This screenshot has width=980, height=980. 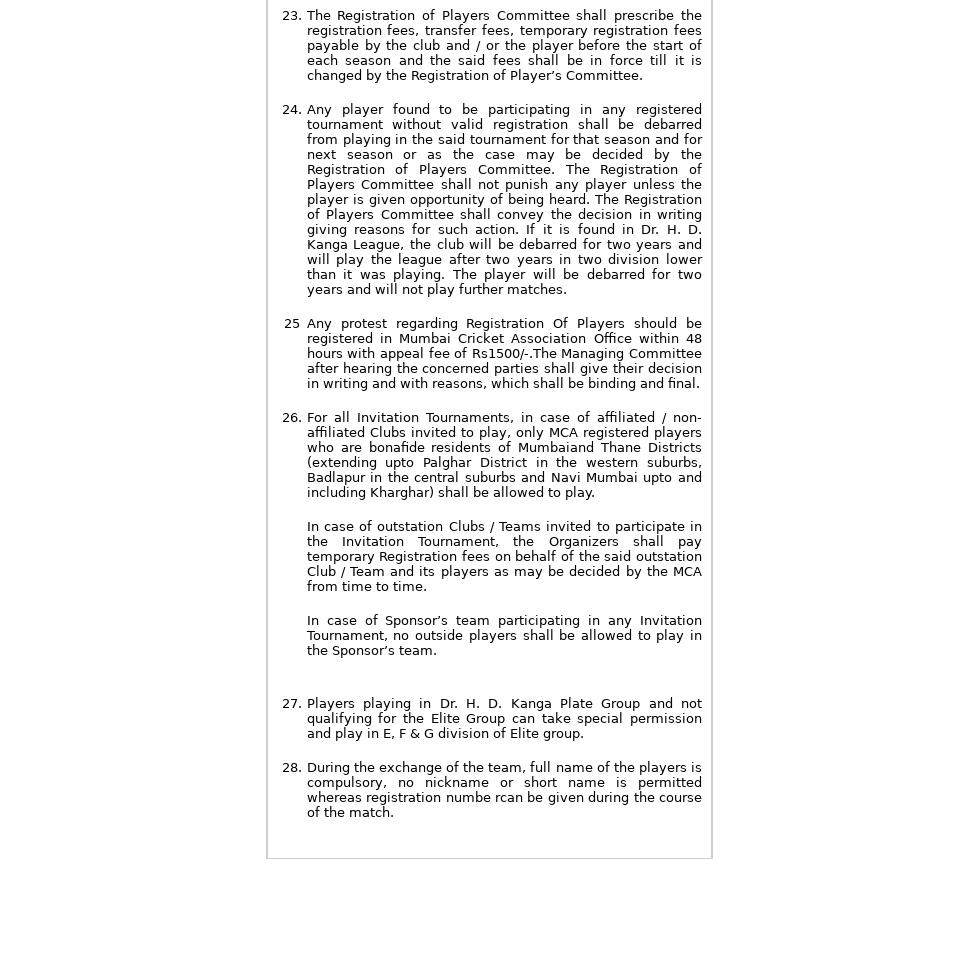 What do you see at coordinates (290, 323) in the screenshot?
I see `'25'` at bounding box center [290, 323].